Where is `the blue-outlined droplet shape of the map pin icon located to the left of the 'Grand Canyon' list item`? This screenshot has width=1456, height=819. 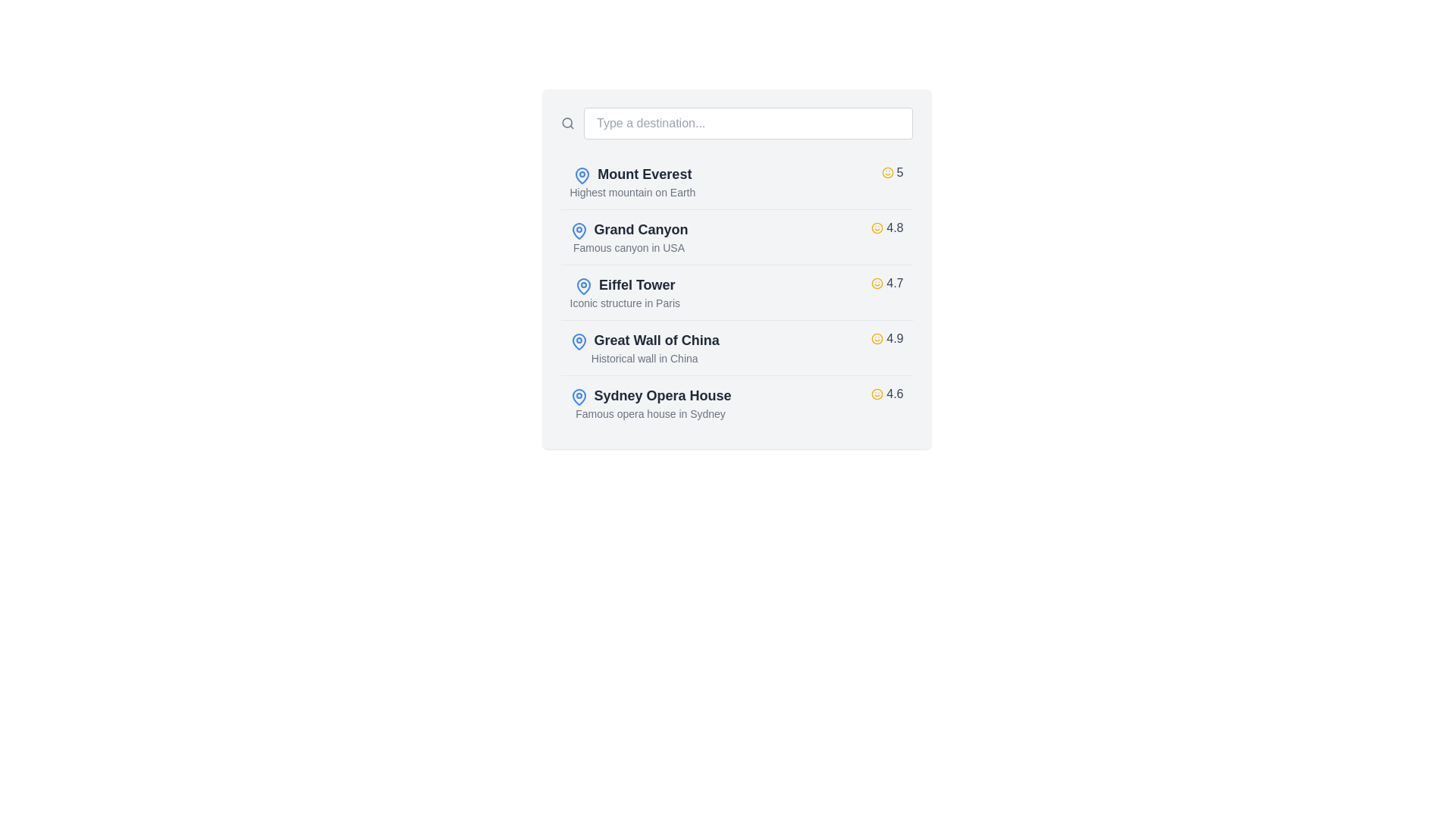
the blue-outlined droplet shape of the map pin icon located to the left of the 'Grand Canyon' list item is located at coordinates (578, 231).